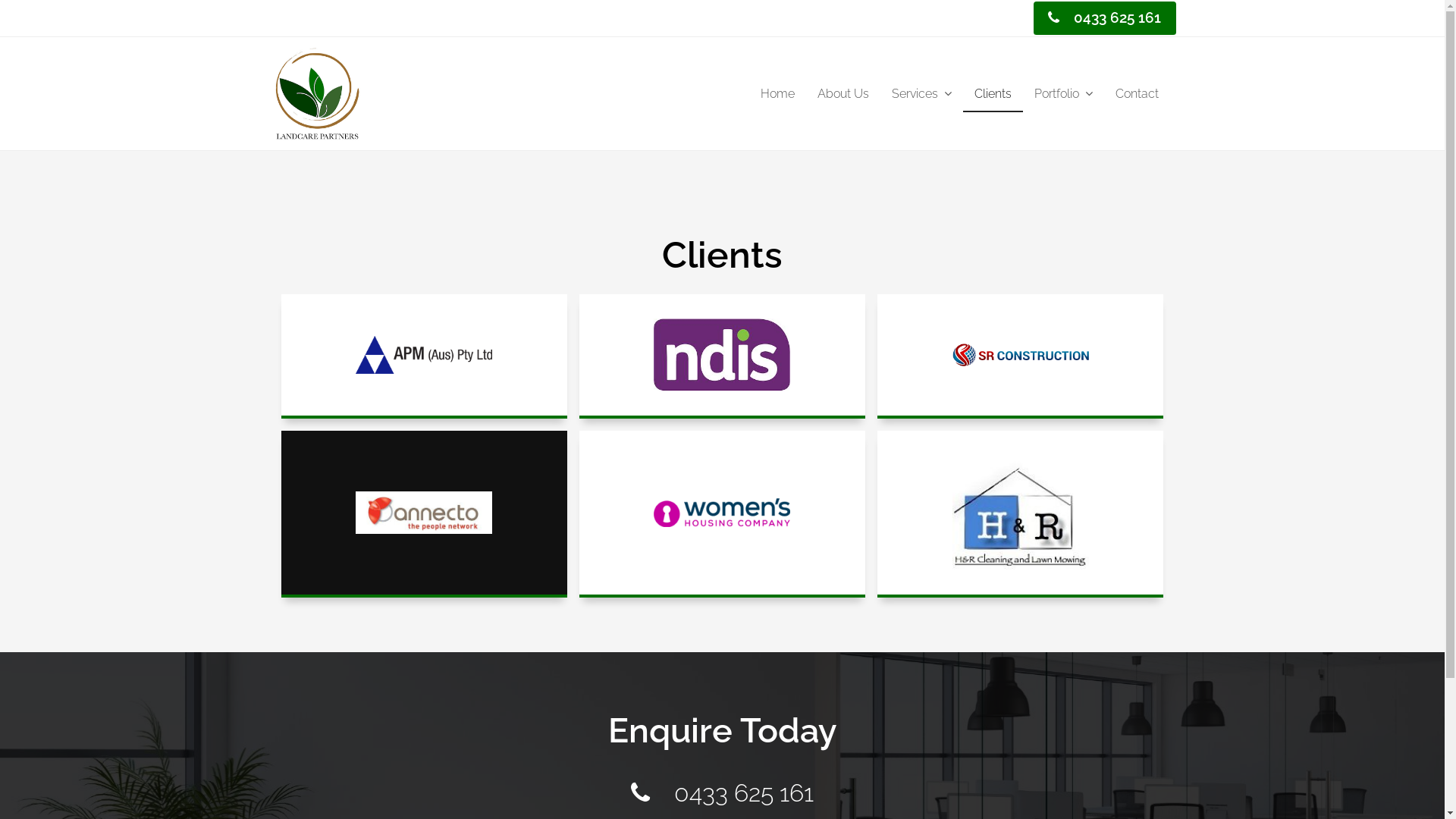  What do you see at coordinates (777, 94) in the screenshot?
I see `'Home'` at bounding box center [777, 94].